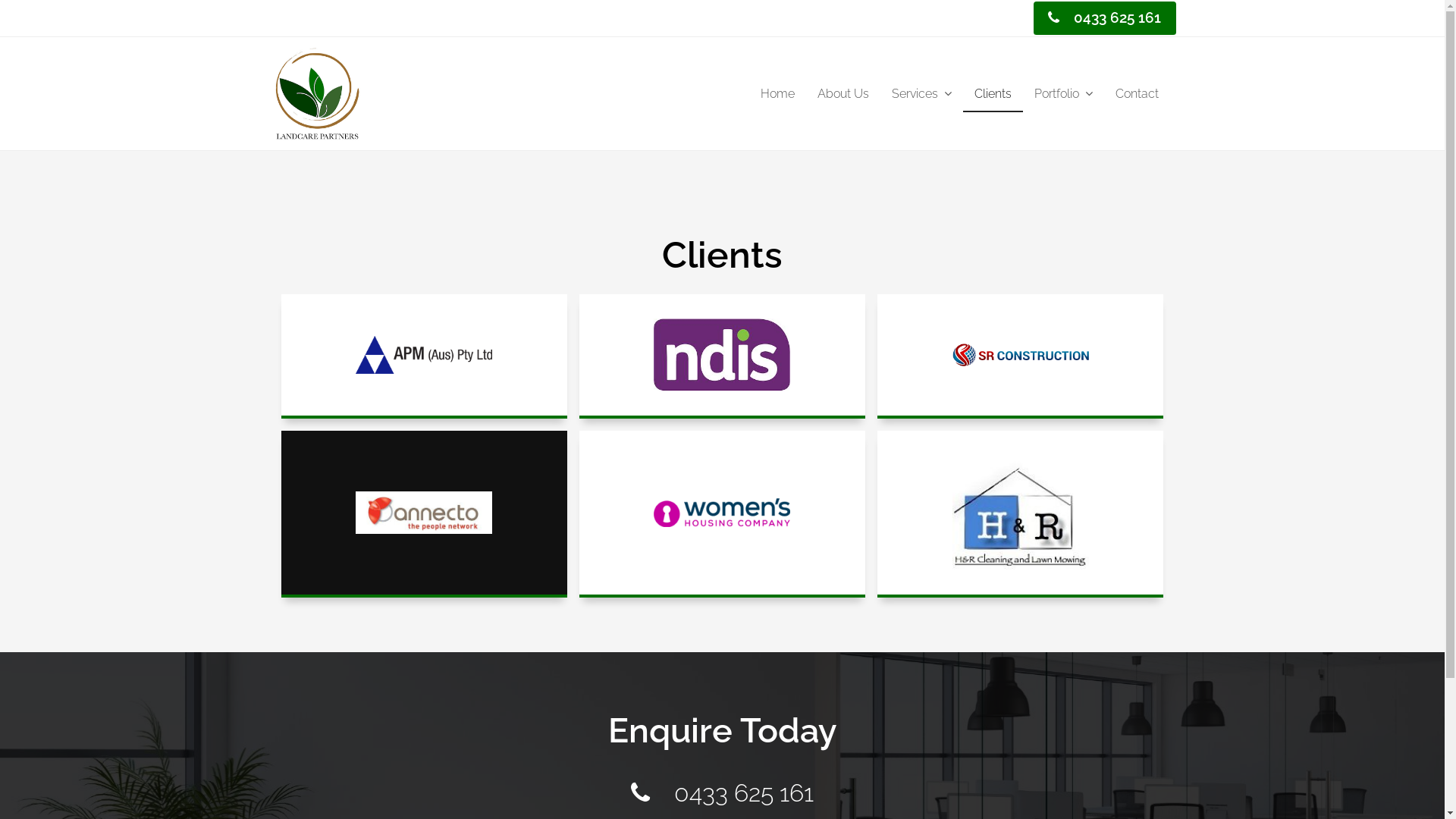  What do you see at coordinates (777, 94) in the screenshot?
I see `'Home'` at bounding box center [777, 94].